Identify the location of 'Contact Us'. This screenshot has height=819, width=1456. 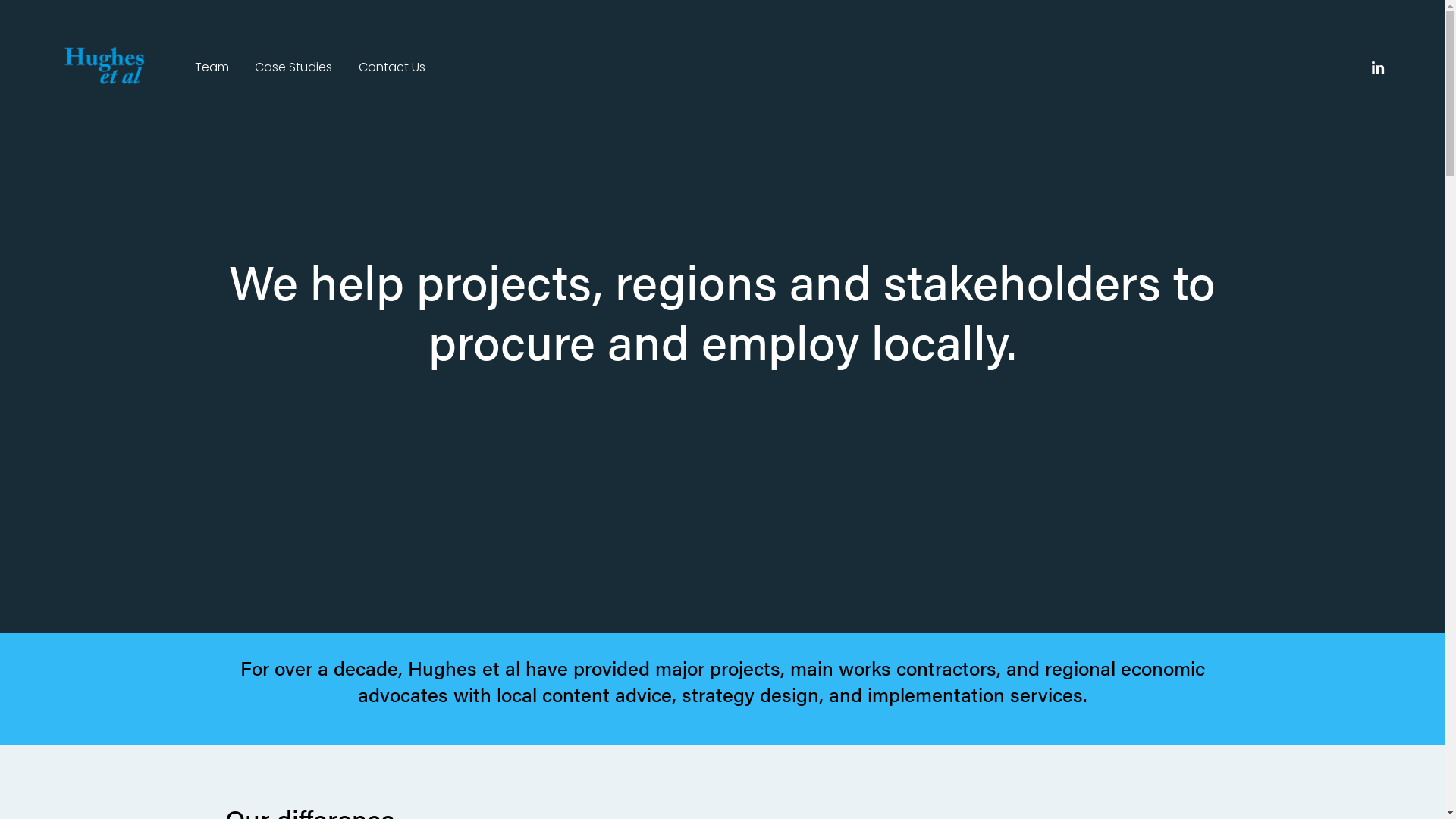
(392, 67).